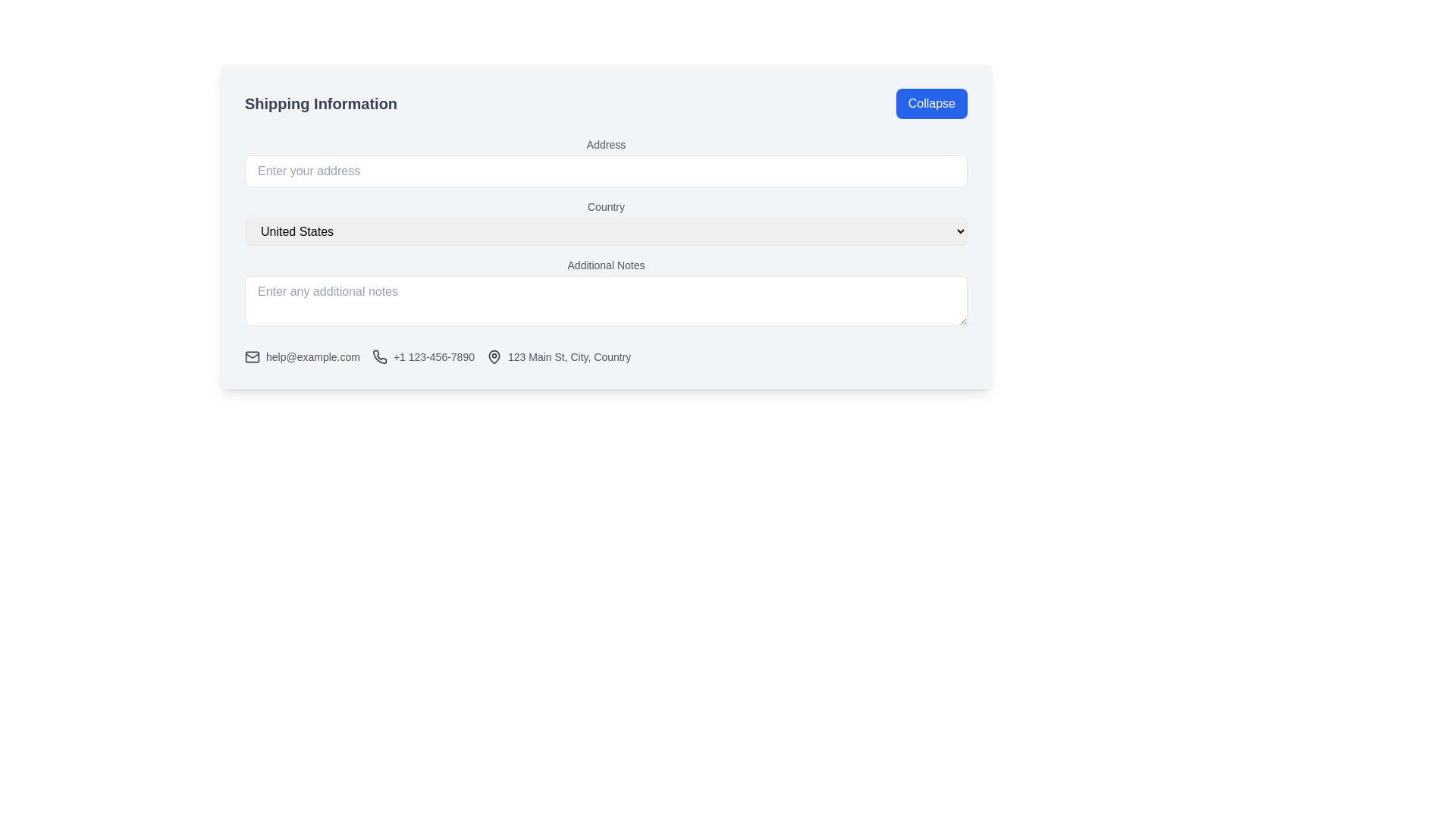 Image resolution: width=1456 pixels, height=819 pixels. I want to click on the phone icon located in the footer section of the Shipping Information card, which is styled with a grayish color and resembles a telephone receiver, positioned next to the phone number '+1 123-456-7890', so click(379, 356).